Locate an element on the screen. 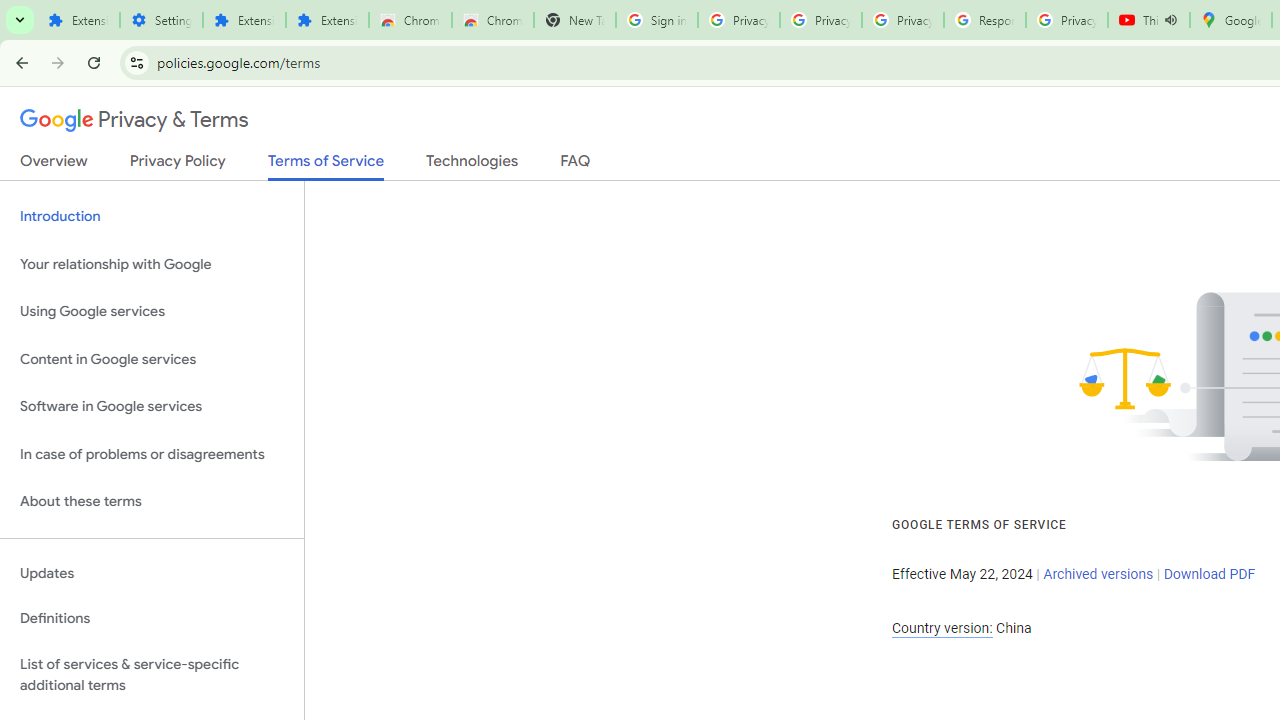 The height and width of the screenshot is (720, 1280). 'Your relationship with Google' is located at coordinates (151, 263).